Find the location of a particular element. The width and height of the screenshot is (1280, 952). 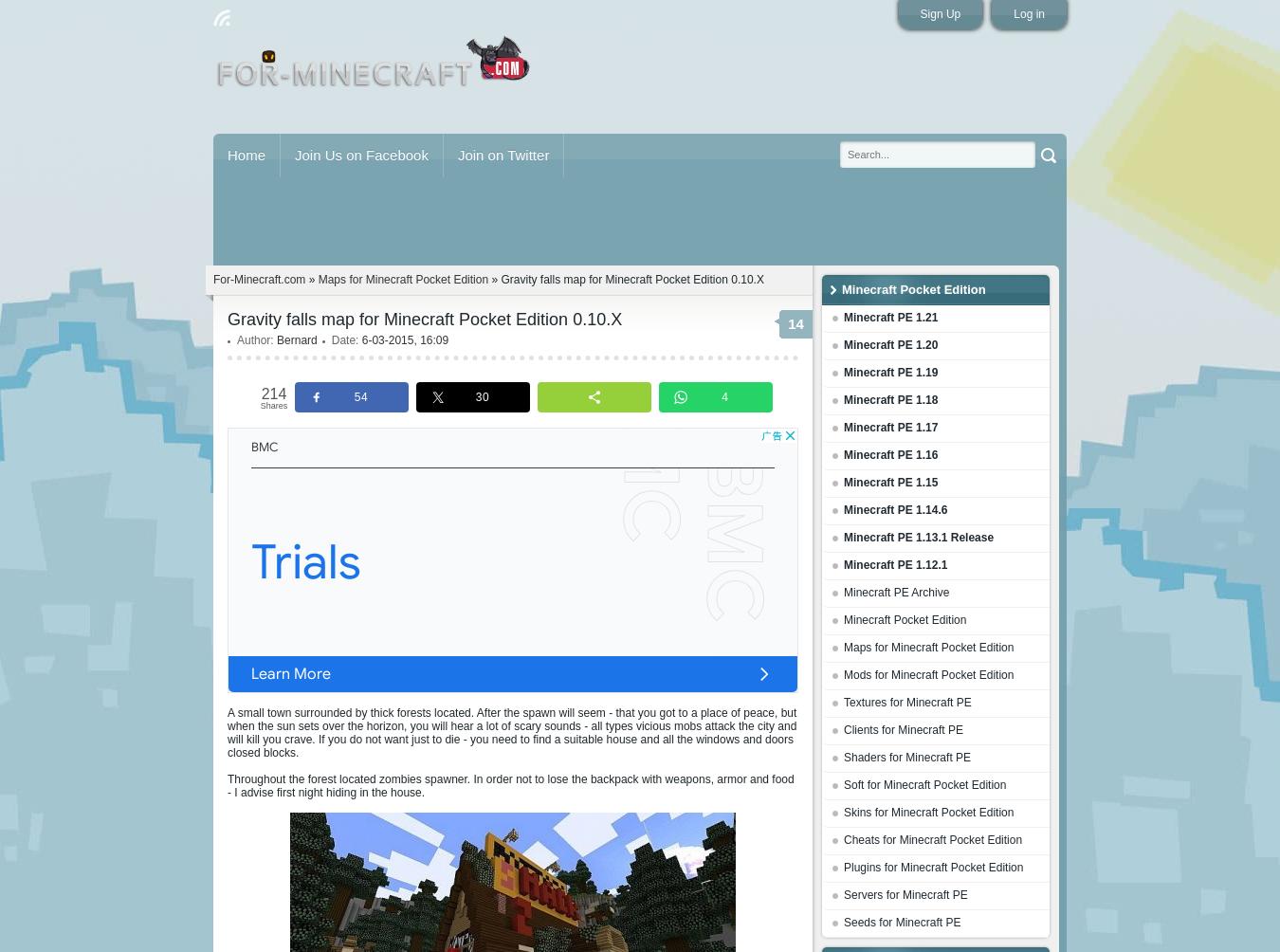

'Minecraft PE 1.14.6' is located at coordinates (894, 510).